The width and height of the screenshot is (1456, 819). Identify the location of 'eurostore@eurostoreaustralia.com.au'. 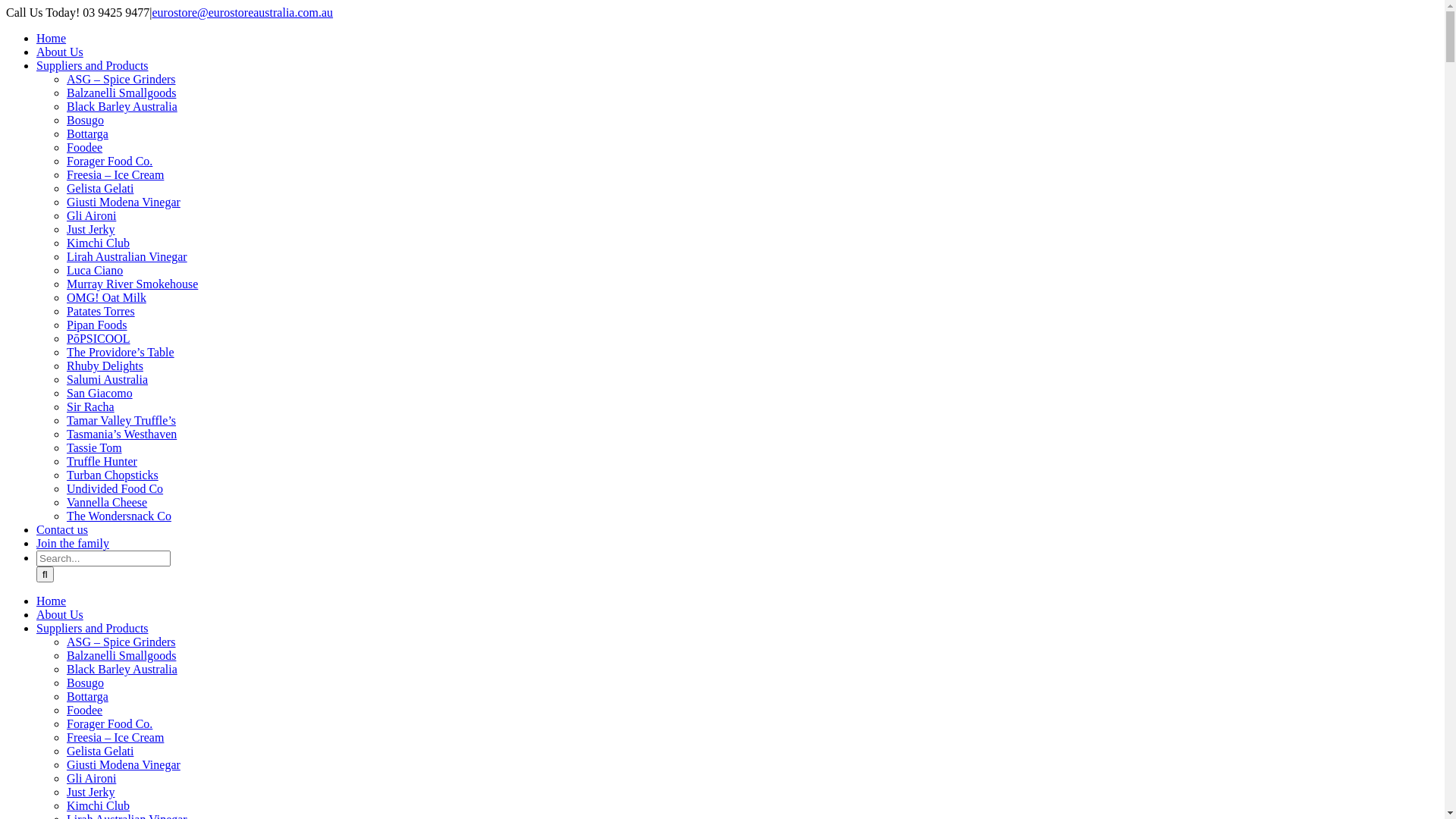
(241, 12).